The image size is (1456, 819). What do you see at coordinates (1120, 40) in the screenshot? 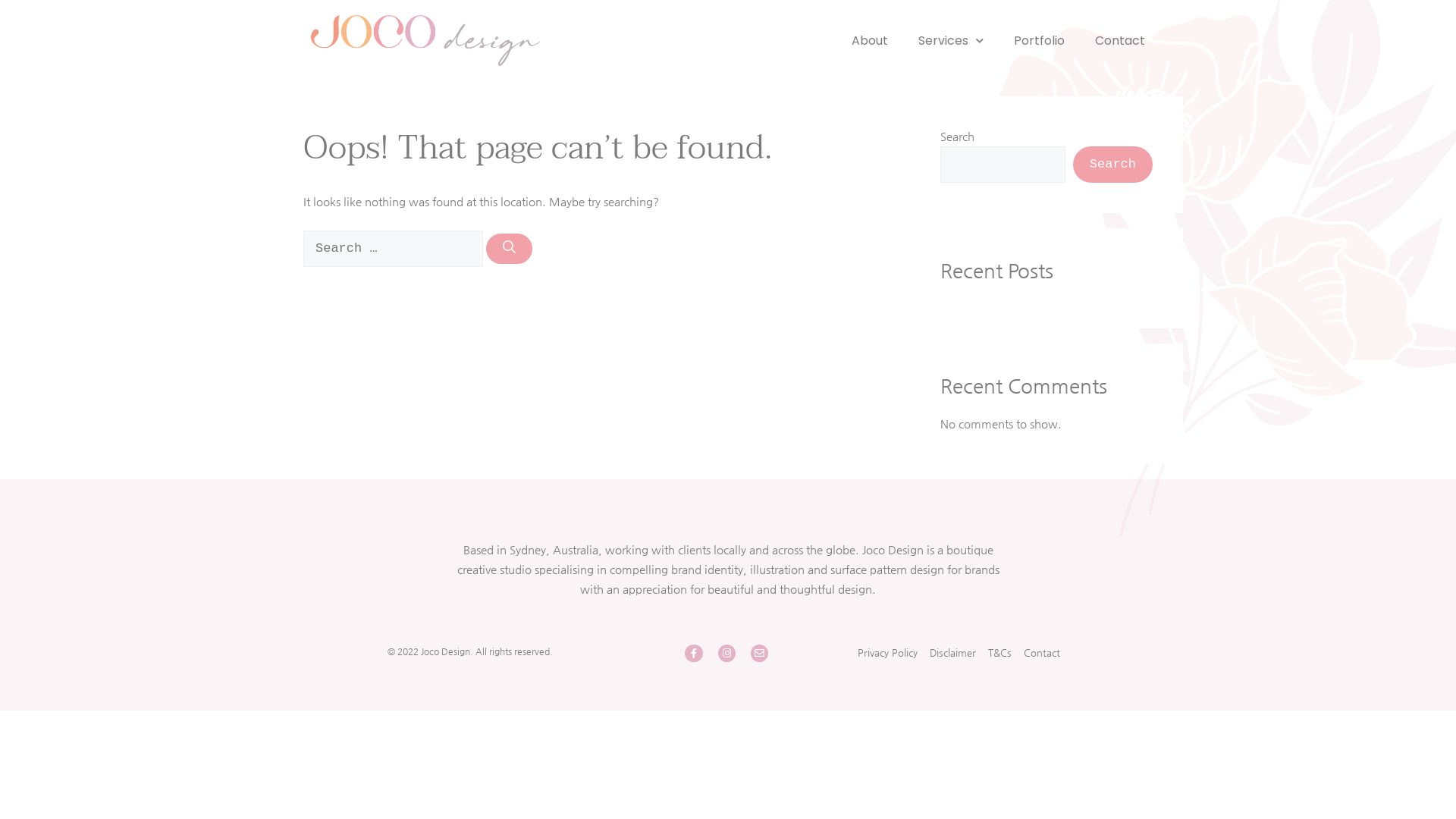
I see `'Contact'` at bounding box center [1120, 40].